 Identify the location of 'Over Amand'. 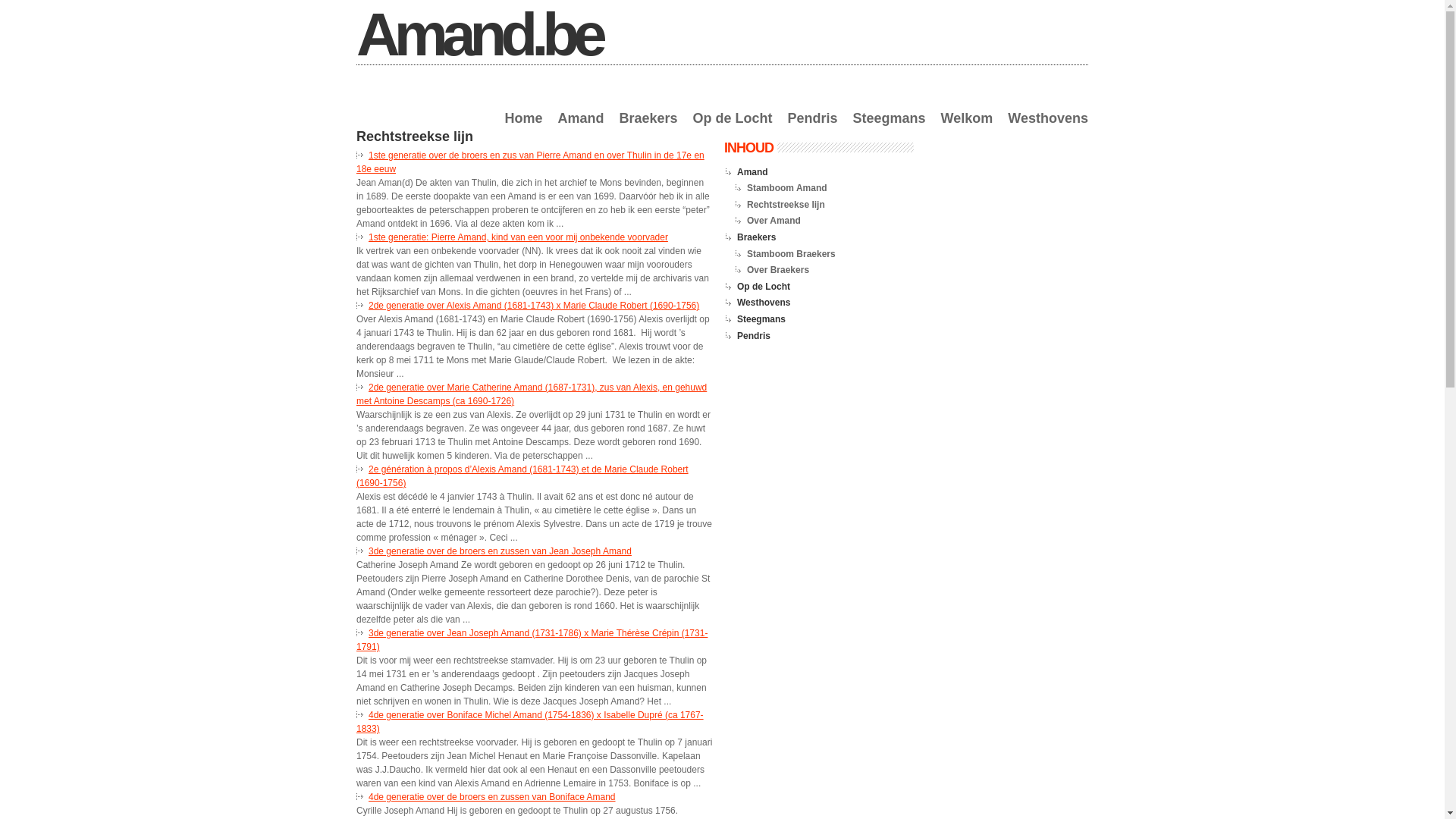
(746, 220).